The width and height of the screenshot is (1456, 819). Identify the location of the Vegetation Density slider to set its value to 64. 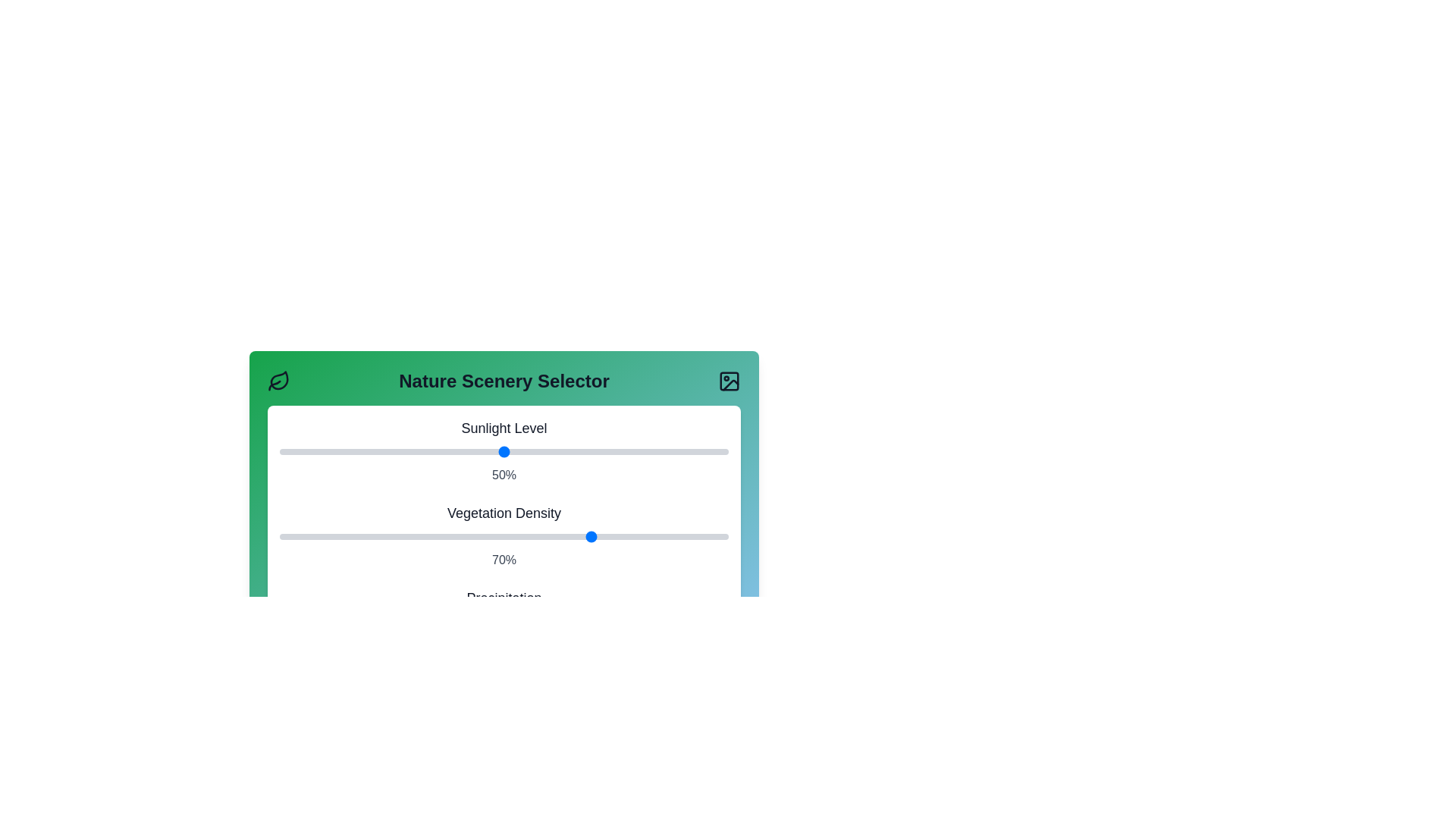
(566, 536).